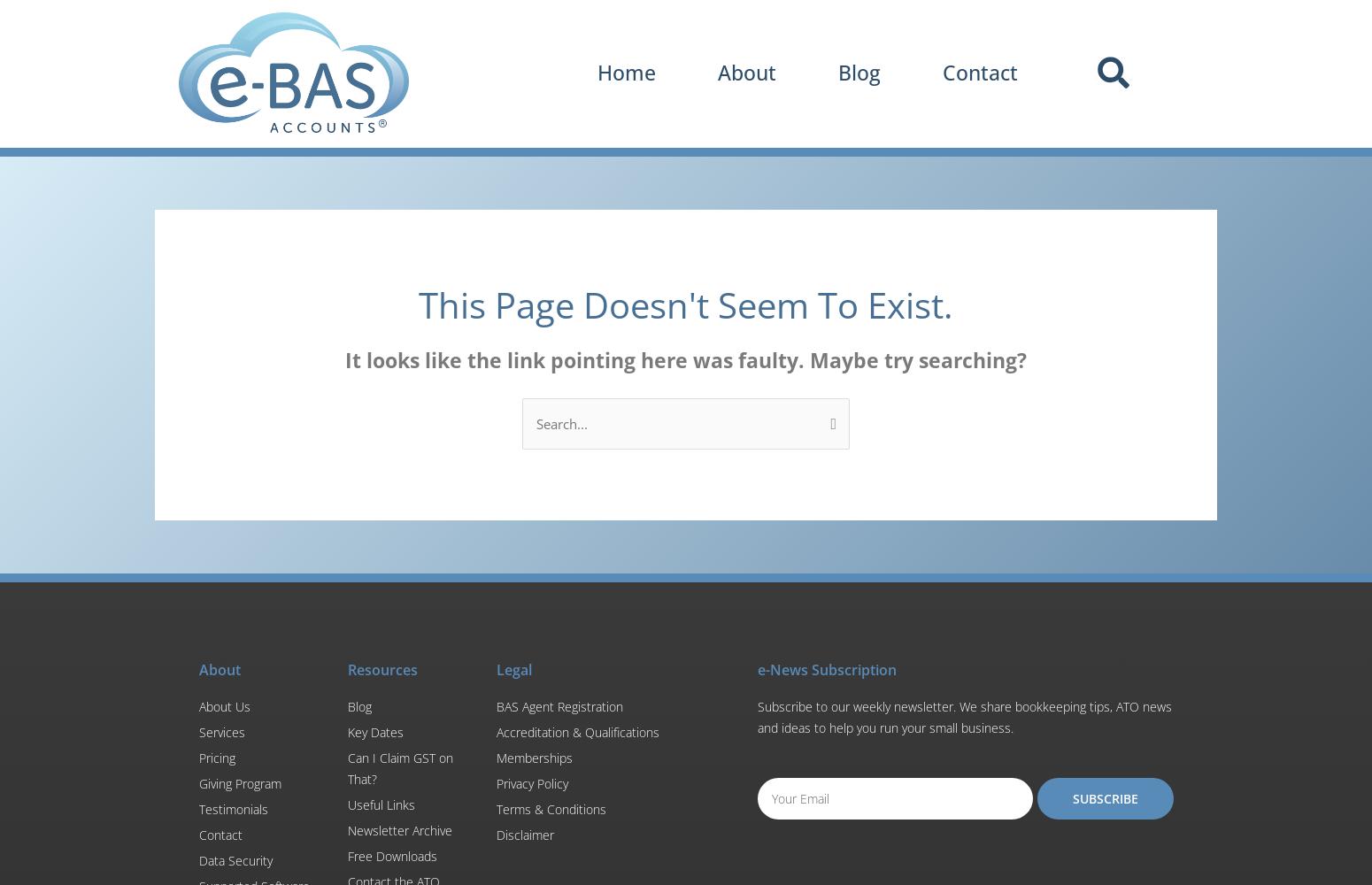 The height and width of the screenshot is (885, 1372). Describe the element at coordinates (513, 669) in the screenshot. I see `'Legal'` at that location.